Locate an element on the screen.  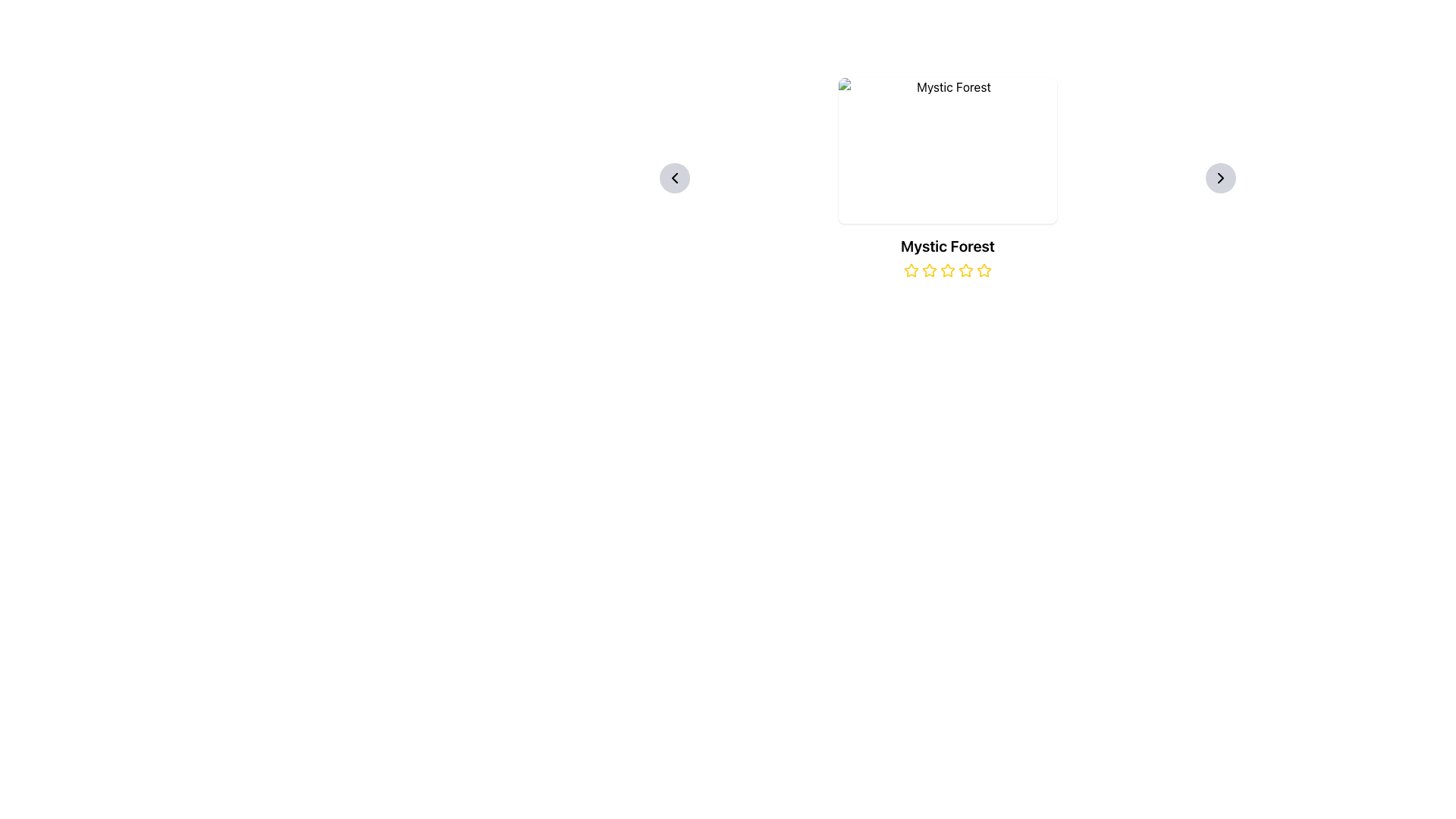
the fifth star icon in the rating system below the text 'Mystic Forest' is located at coordinates (984, 270).